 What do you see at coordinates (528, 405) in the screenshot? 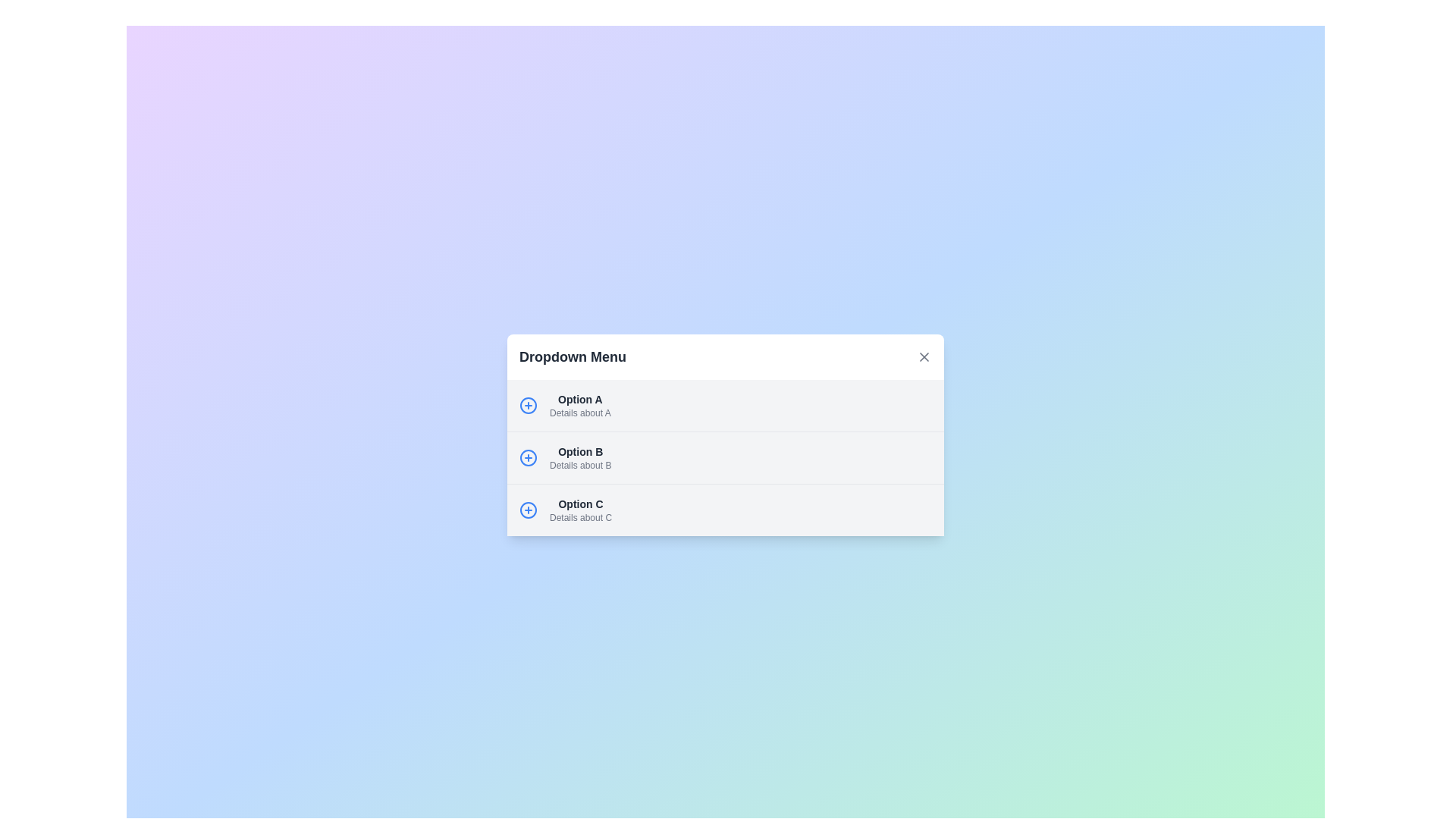
I see `the icon button associated with 'Option A'` at bounding box center [528, 405].